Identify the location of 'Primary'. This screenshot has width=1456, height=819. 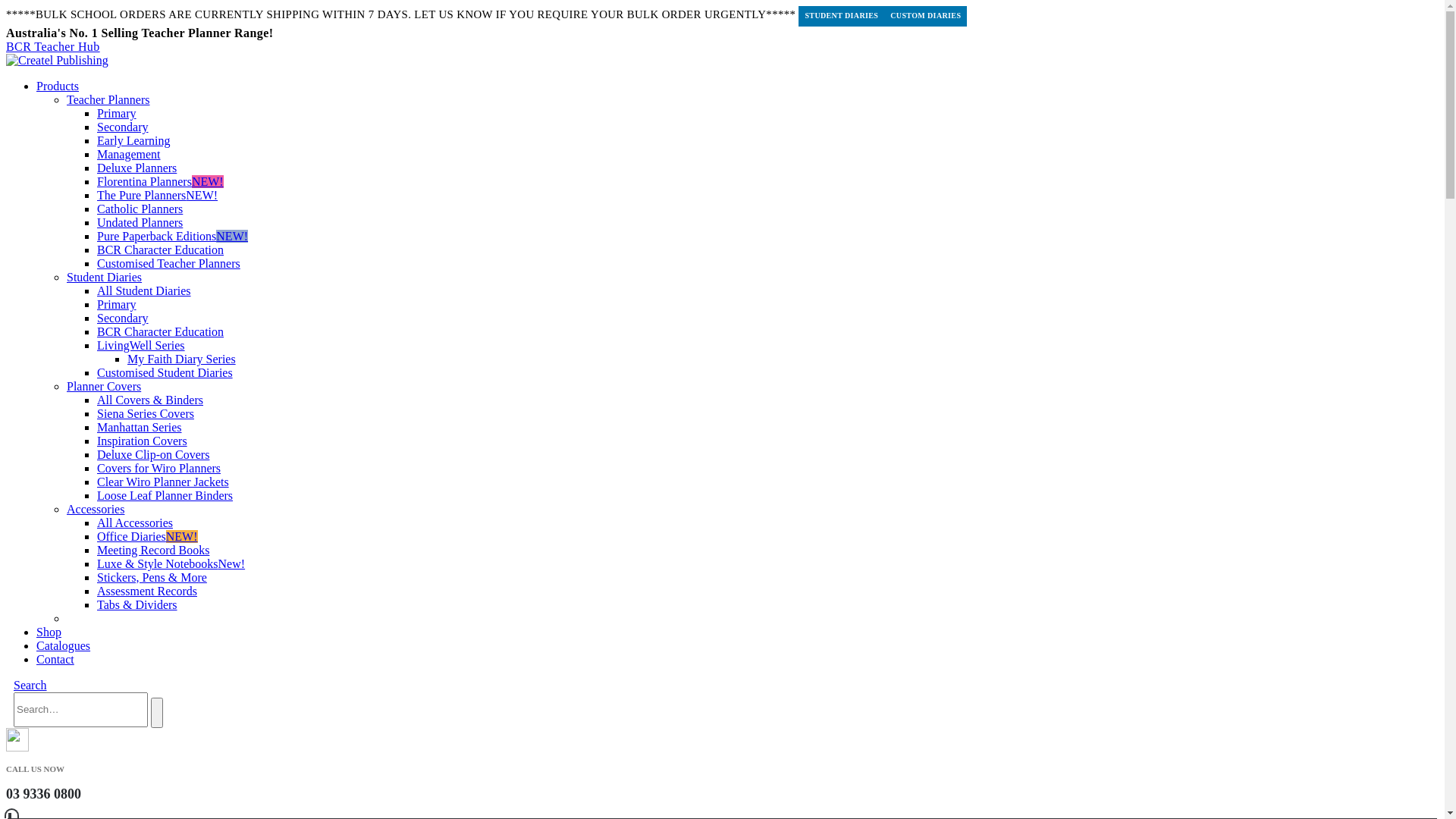
(115, 304).